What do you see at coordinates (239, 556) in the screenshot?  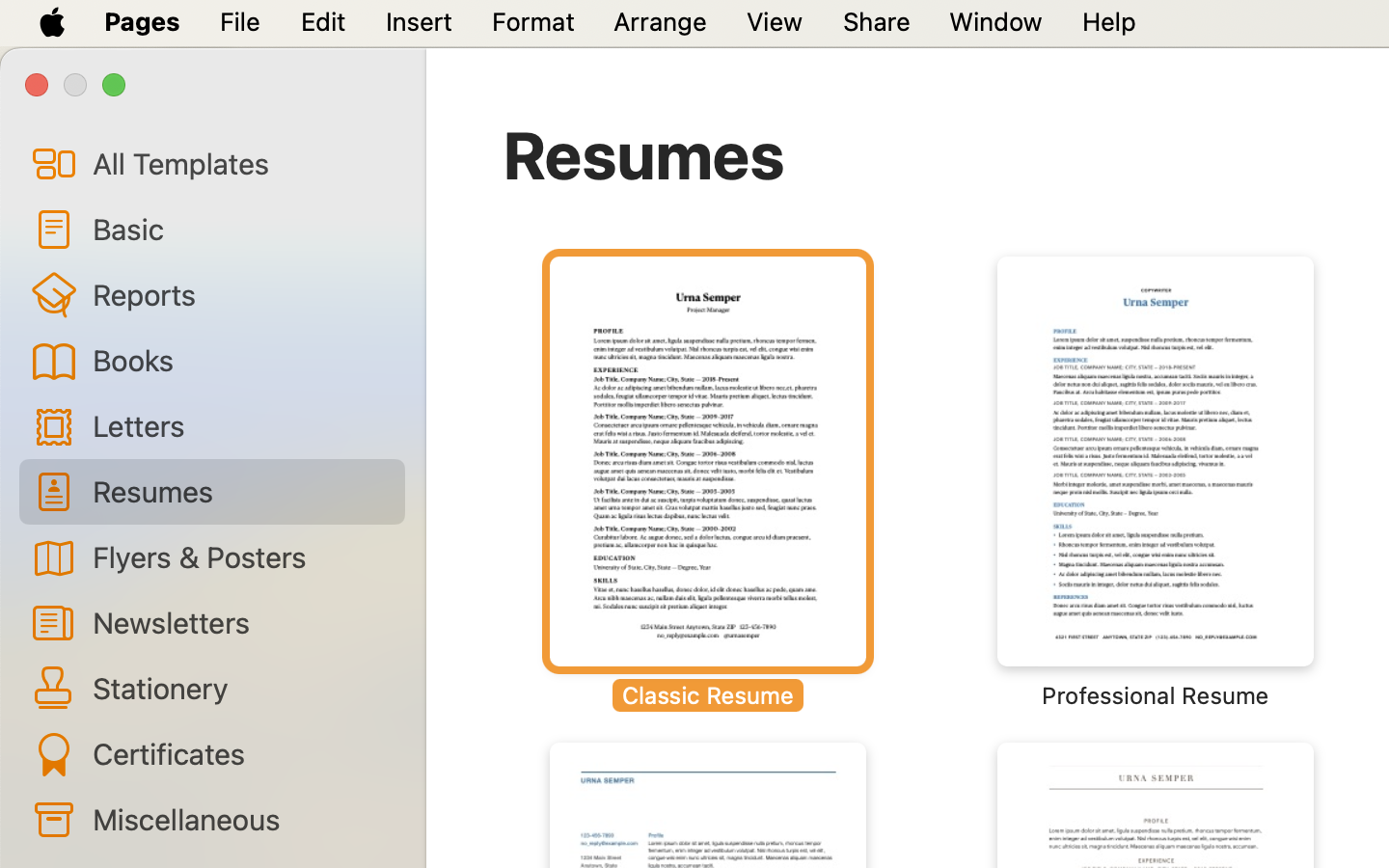 I see `'Flyers & Posters'` at bounding box center [239, 556].